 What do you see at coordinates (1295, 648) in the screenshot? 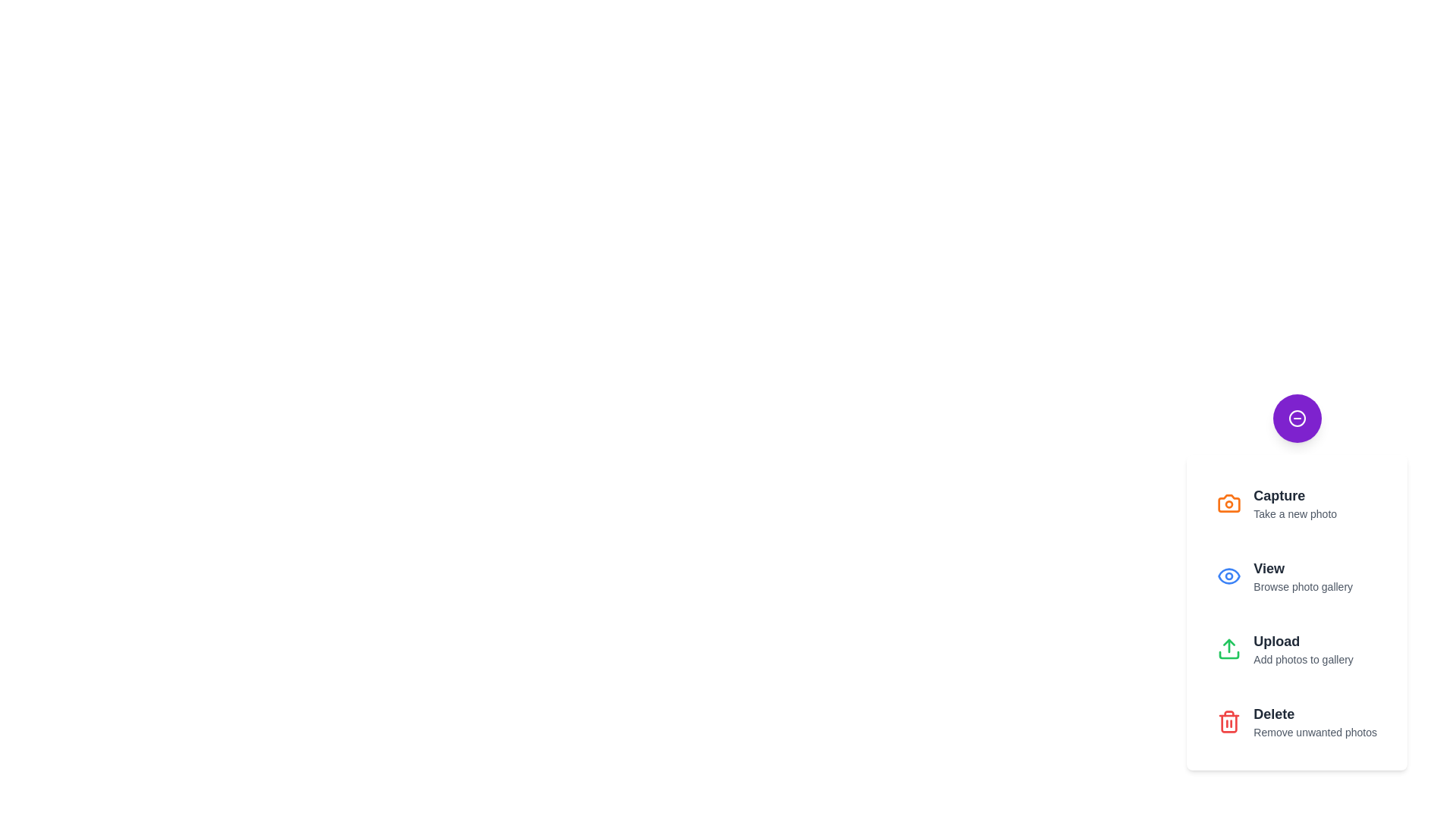
I see `the 'Upload' button to add photos to the gallery` at bounding box center [1295, 648].